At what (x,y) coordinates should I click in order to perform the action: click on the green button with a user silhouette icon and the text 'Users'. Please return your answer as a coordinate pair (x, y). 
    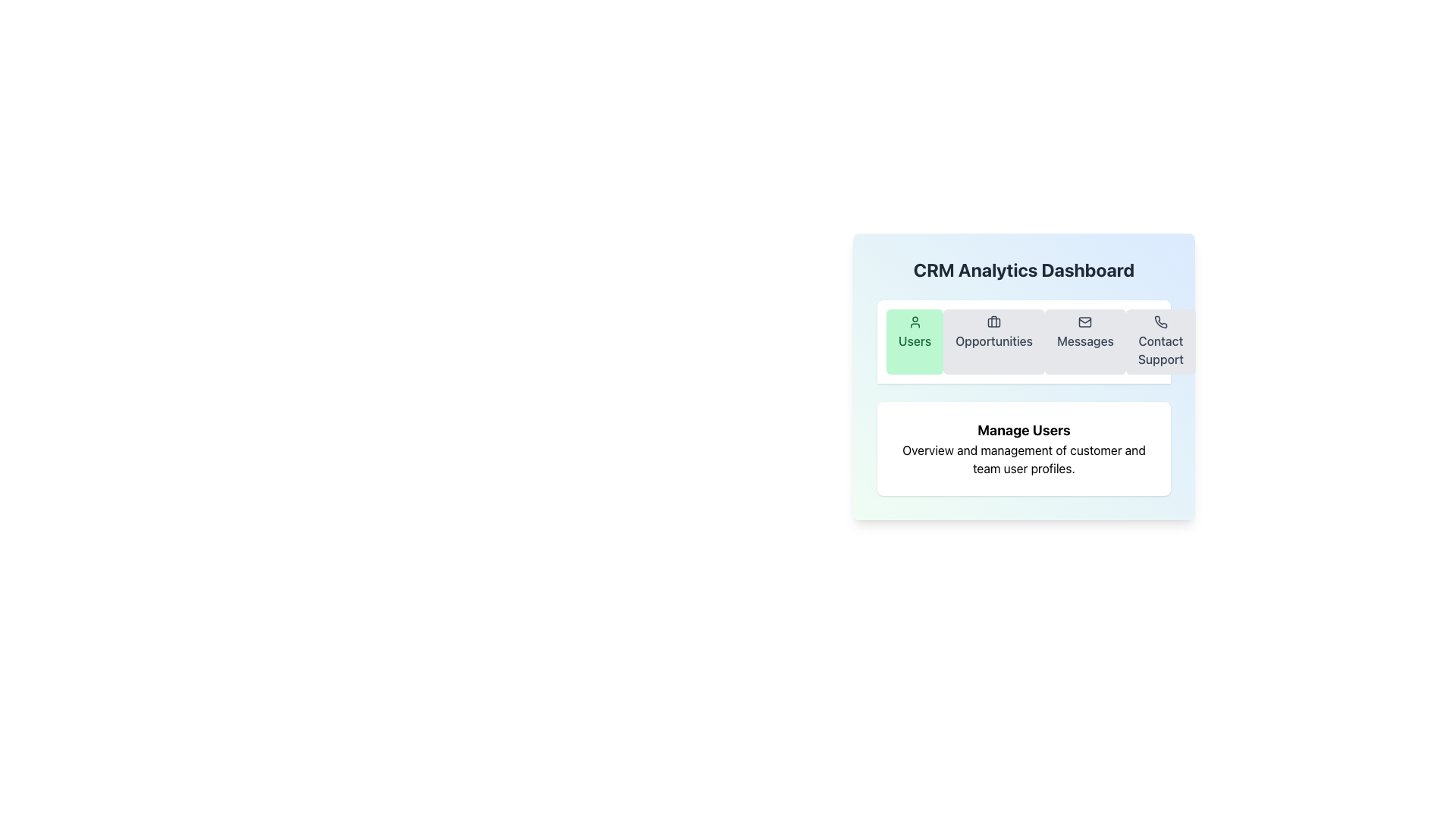
    Looking at the image, I should click on (914, 342).